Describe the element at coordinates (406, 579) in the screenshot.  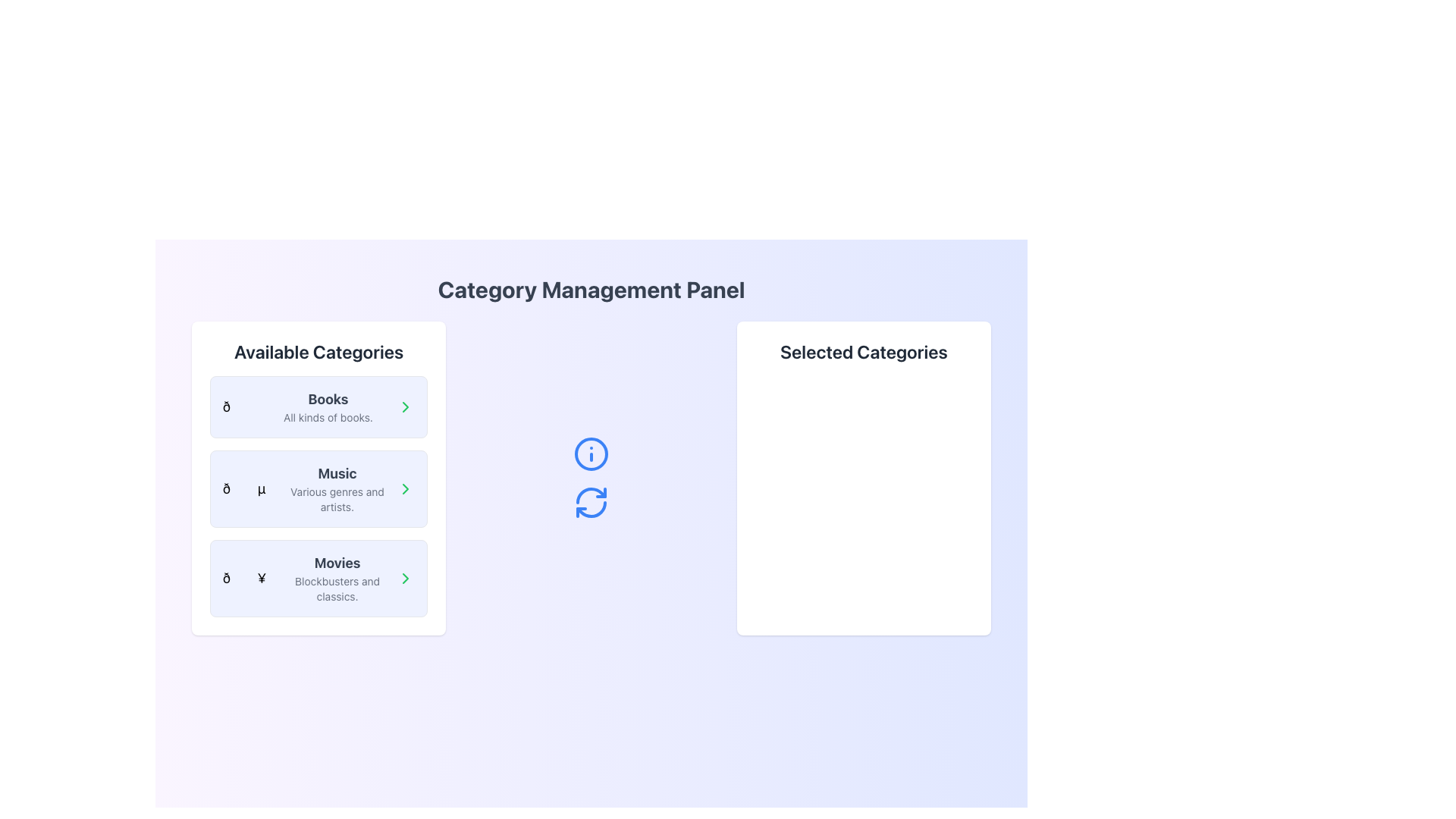
I see `the rightmost button within the 'Movies' category section` at that location.